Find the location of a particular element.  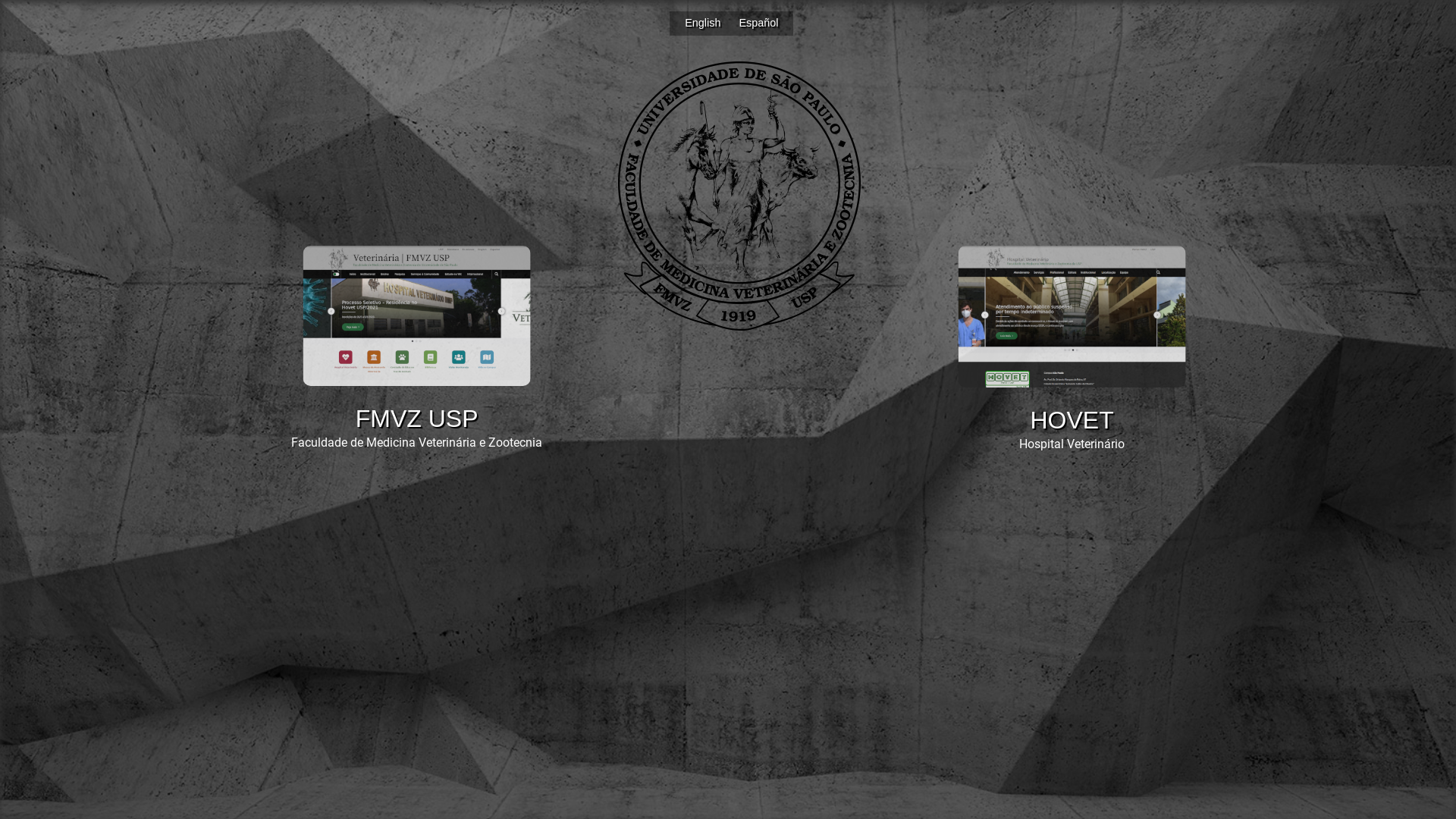

'English' is located at coordinates (703, 23).